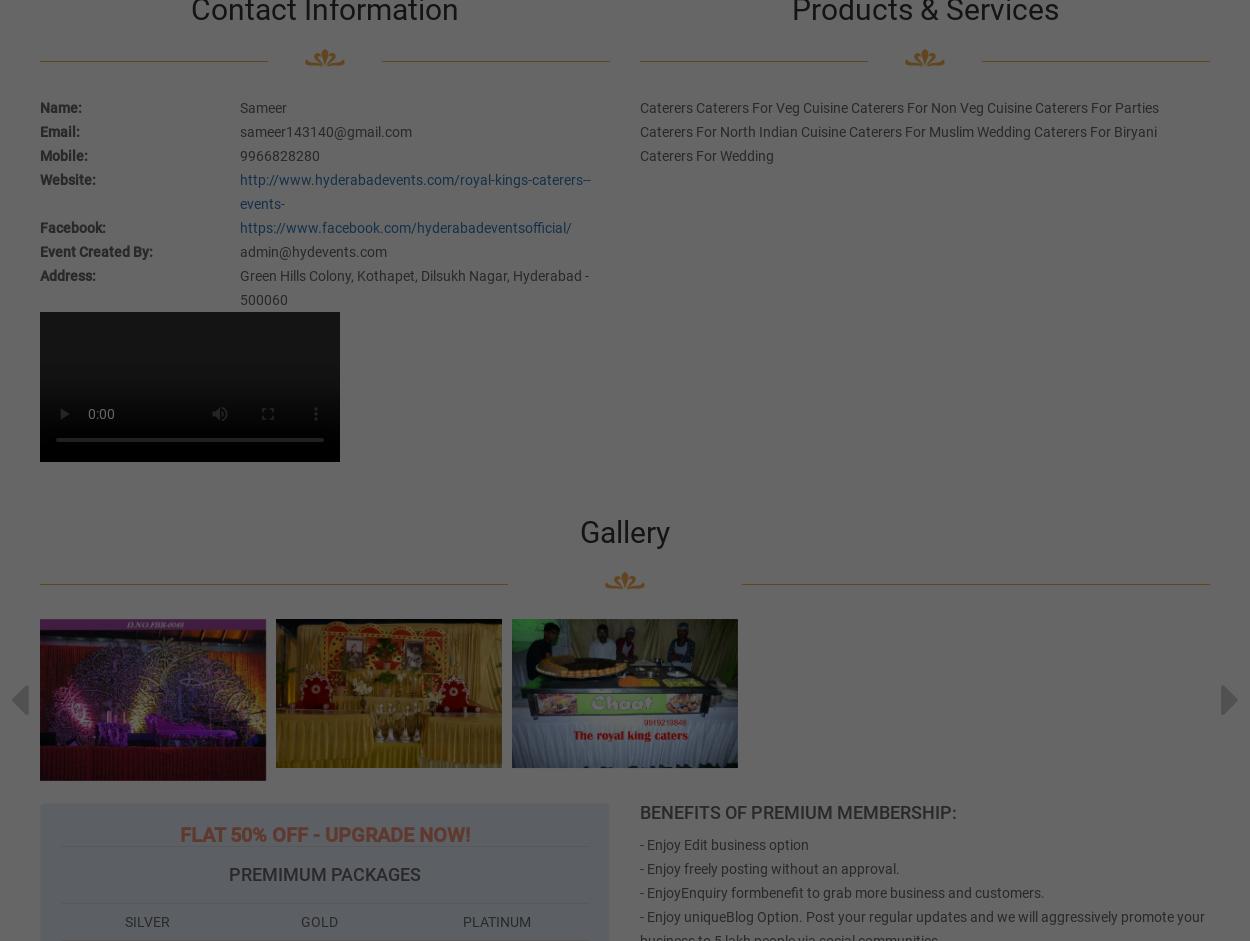 The width and height of the screenshot is (1250, 941). Describe the element at coordinates (496, 919) in the screenshot. I see `'PLATINUM'` at that location.